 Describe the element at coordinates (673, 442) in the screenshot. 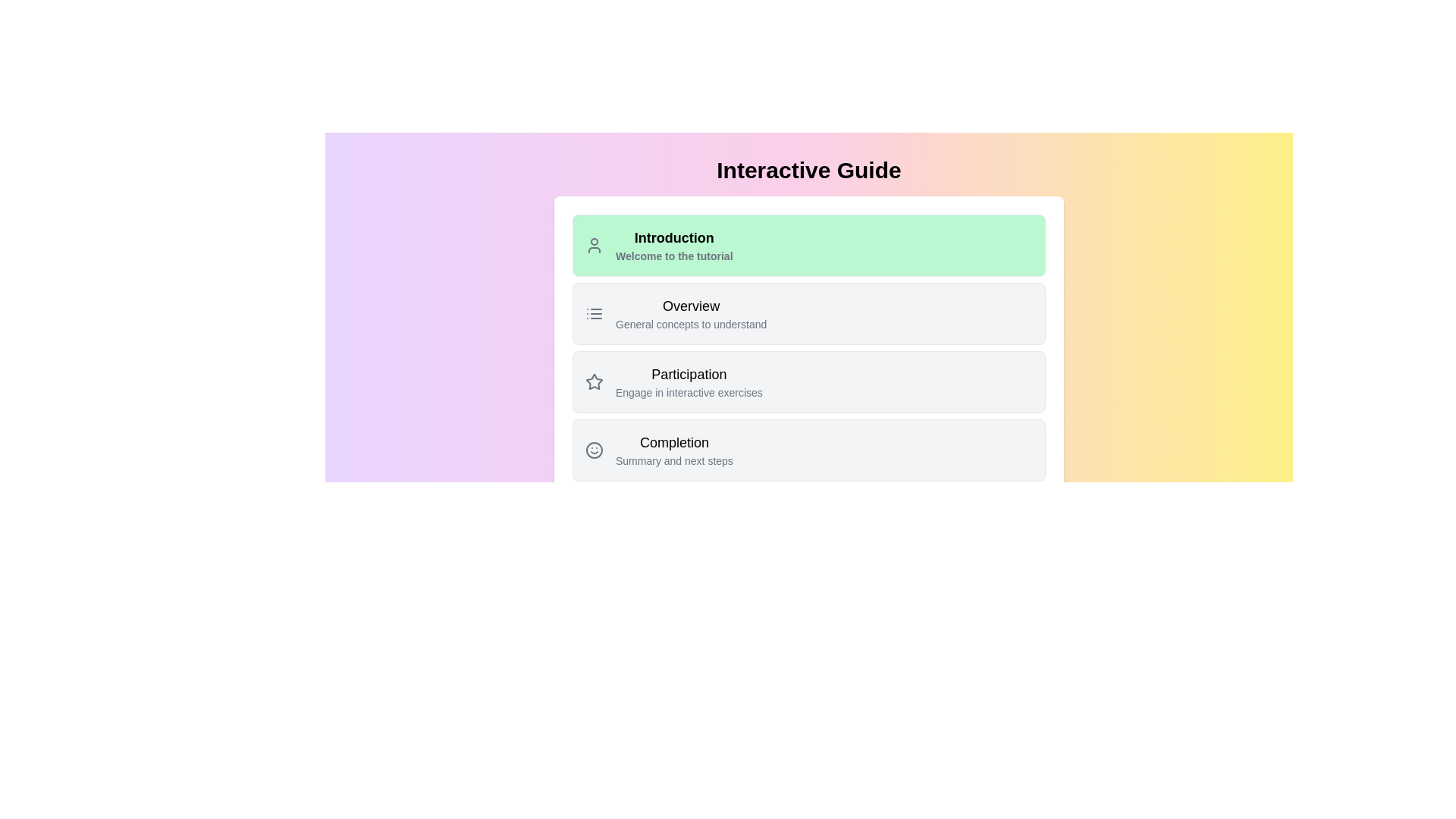

I see `the header text element located at the top part of the navigation card, which serves as a label for the section, before the subtitle 'Summary and next steps'` at that location.